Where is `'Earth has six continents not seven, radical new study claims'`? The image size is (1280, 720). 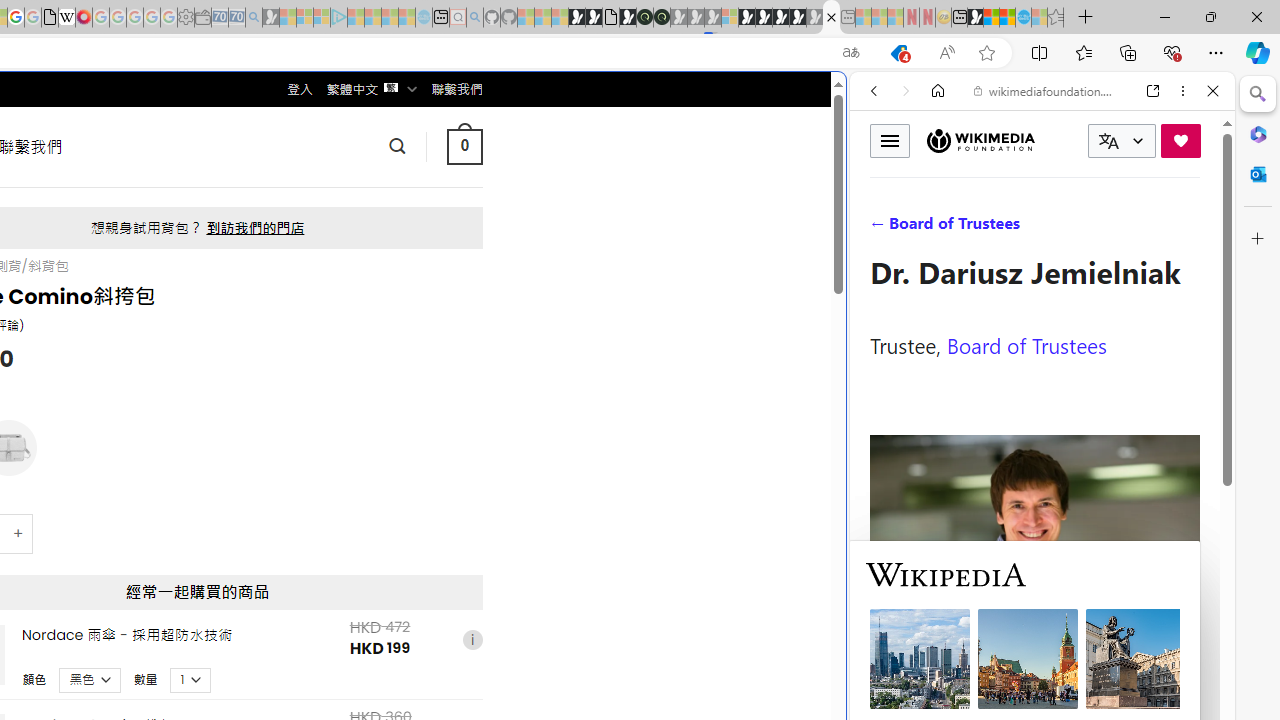
'Earth has six continents not seven, radical new study claims' is located at coordinates (1007, 17).